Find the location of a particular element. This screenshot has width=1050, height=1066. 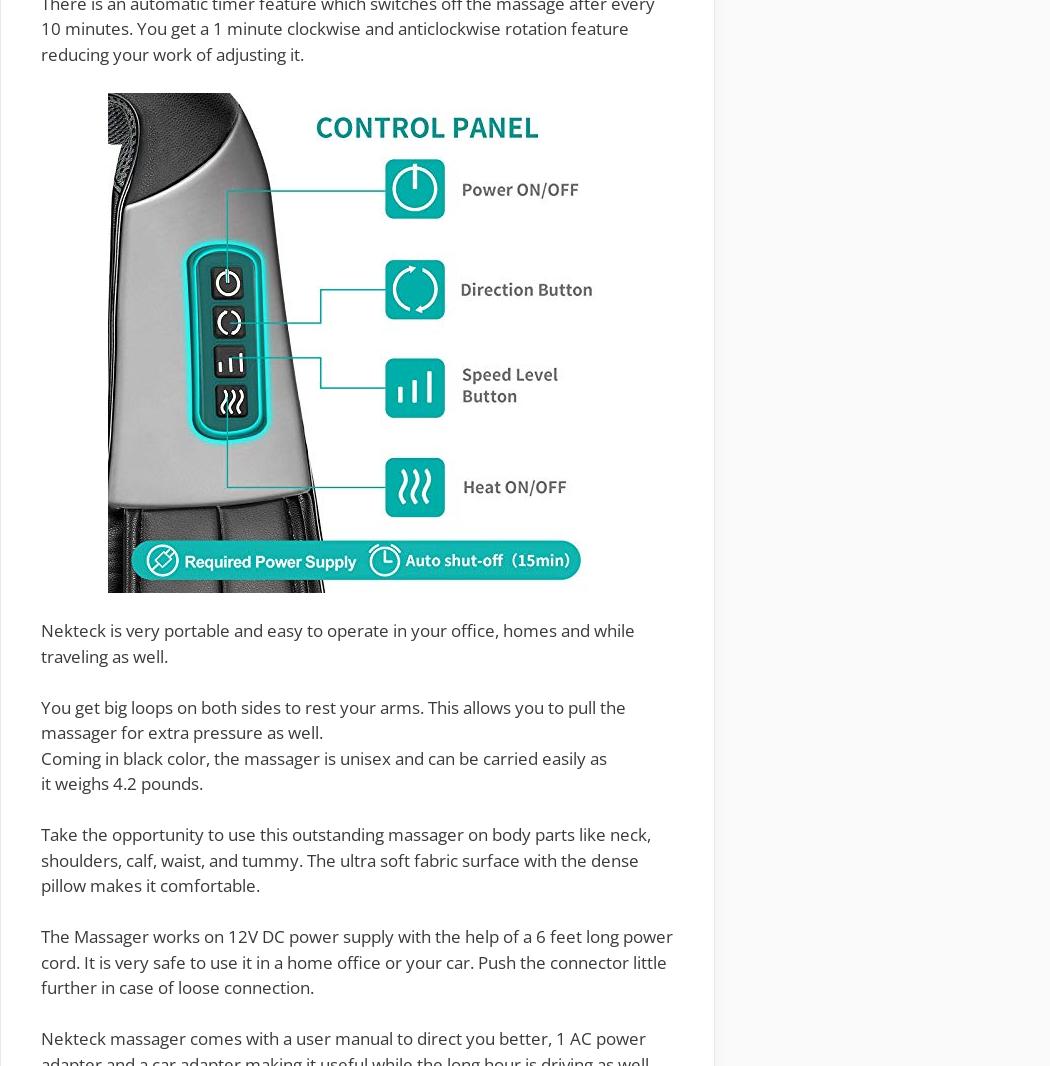

'and can be carried easily as it' is located at coordinates (324, 769).